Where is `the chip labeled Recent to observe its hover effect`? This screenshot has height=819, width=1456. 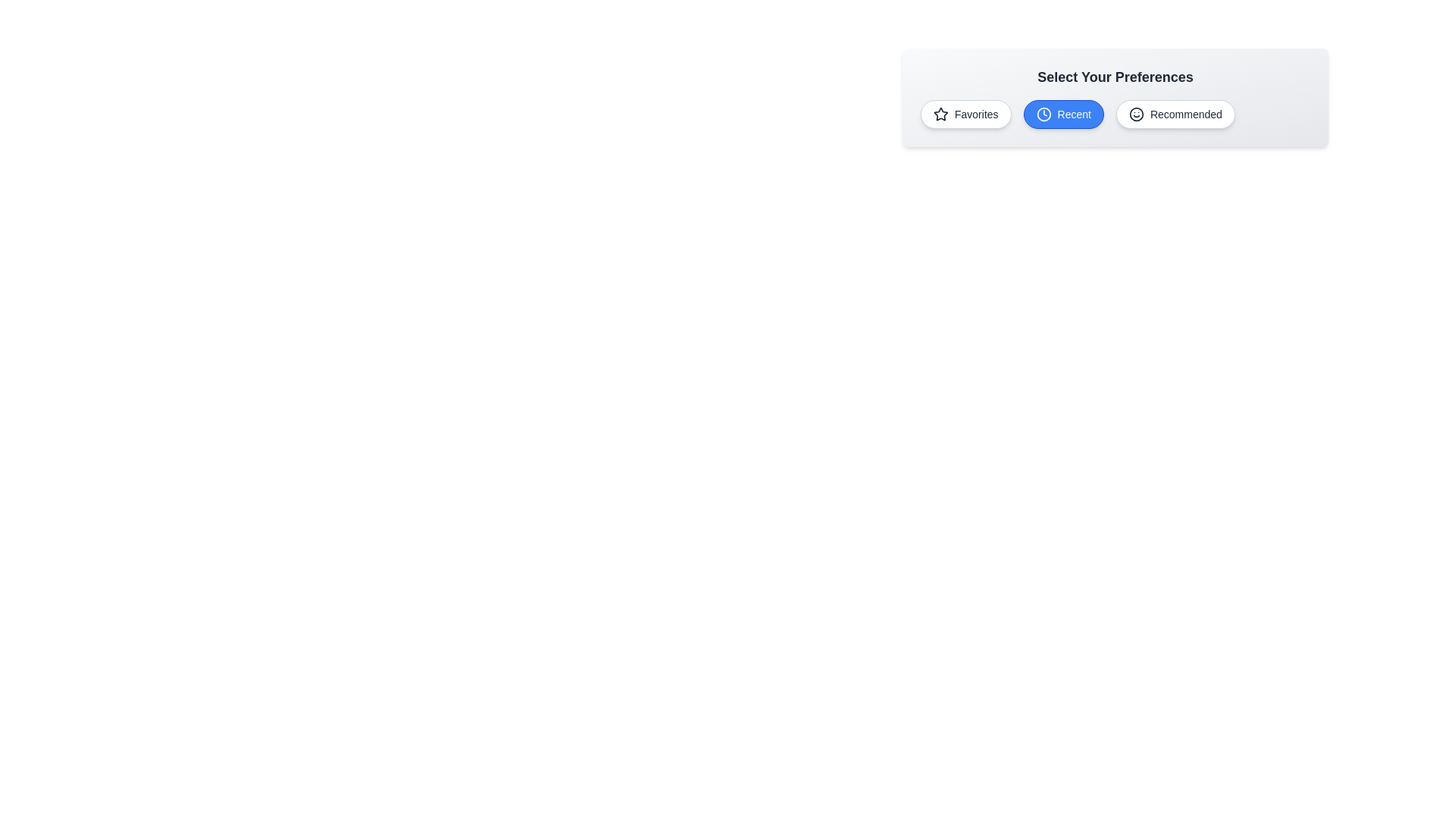
the chip labeled Recent to observe its hover effect is located at coordinates (1062, 113).